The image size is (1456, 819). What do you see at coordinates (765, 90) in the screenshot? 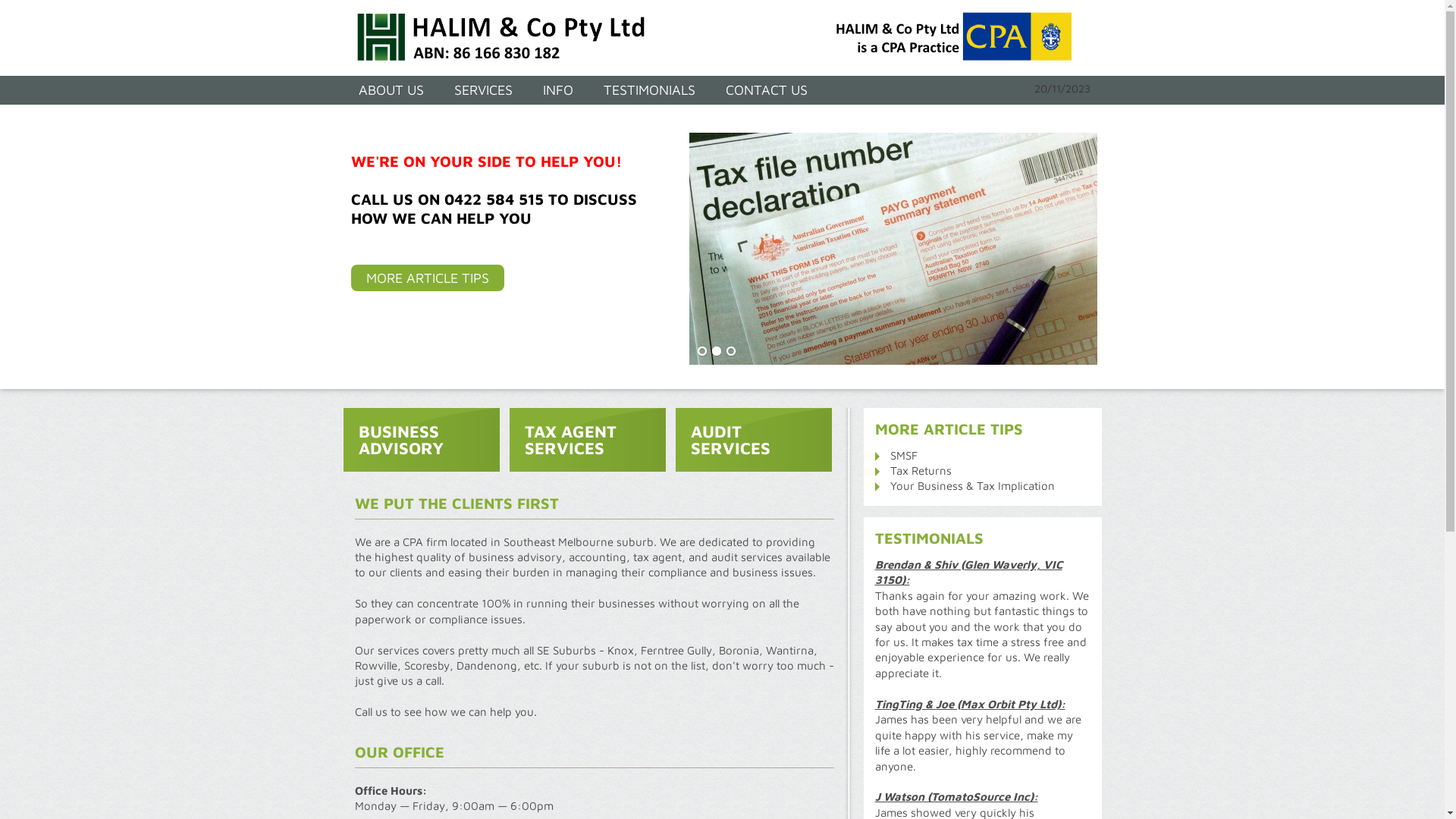
I see `'CONTACT US'` at bounding box center [765, 90].